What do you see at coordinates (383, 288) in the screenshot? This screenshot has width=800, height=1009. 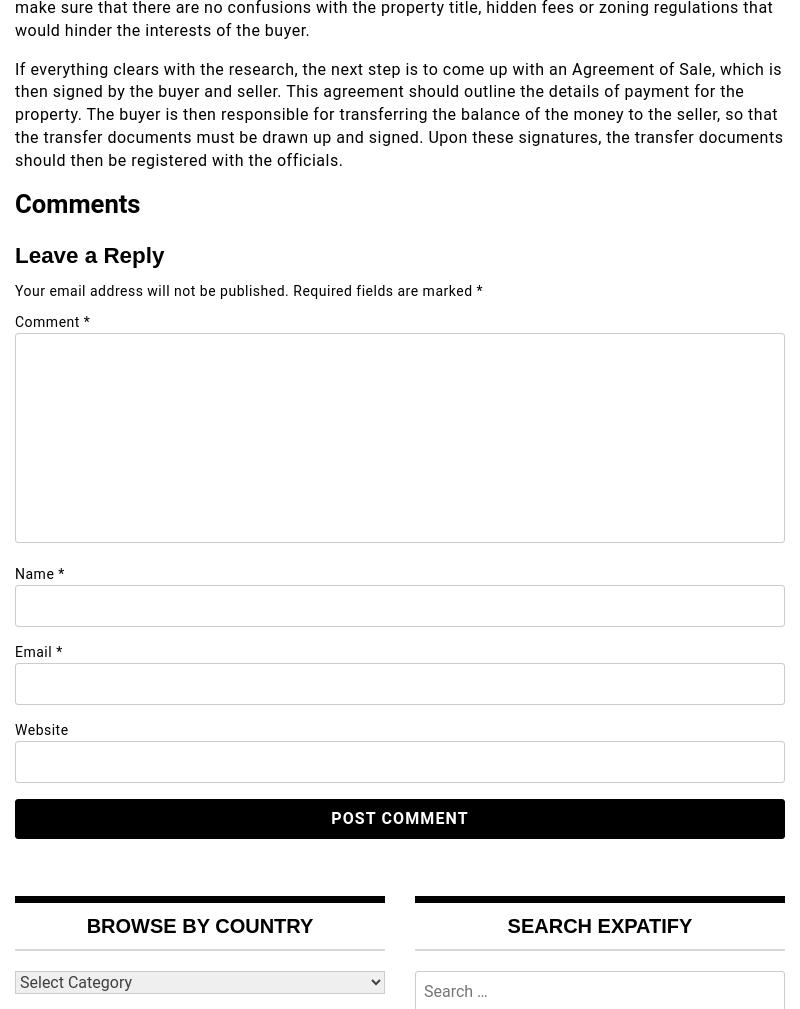 I see `'Required fields are marked'` at bounding box center [383, 288].